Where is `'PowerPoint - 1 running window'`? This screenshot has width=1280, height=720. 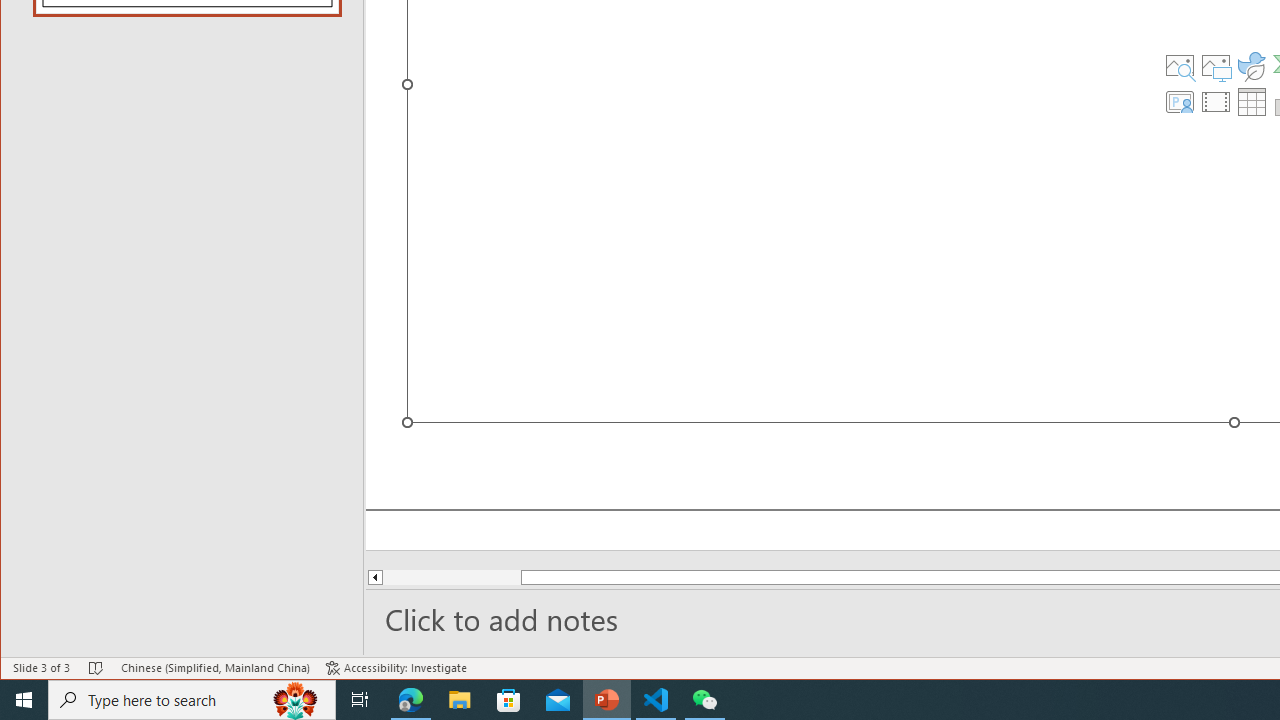
'PowerPoint - 1 running window' is located at coordinates (606, 698).